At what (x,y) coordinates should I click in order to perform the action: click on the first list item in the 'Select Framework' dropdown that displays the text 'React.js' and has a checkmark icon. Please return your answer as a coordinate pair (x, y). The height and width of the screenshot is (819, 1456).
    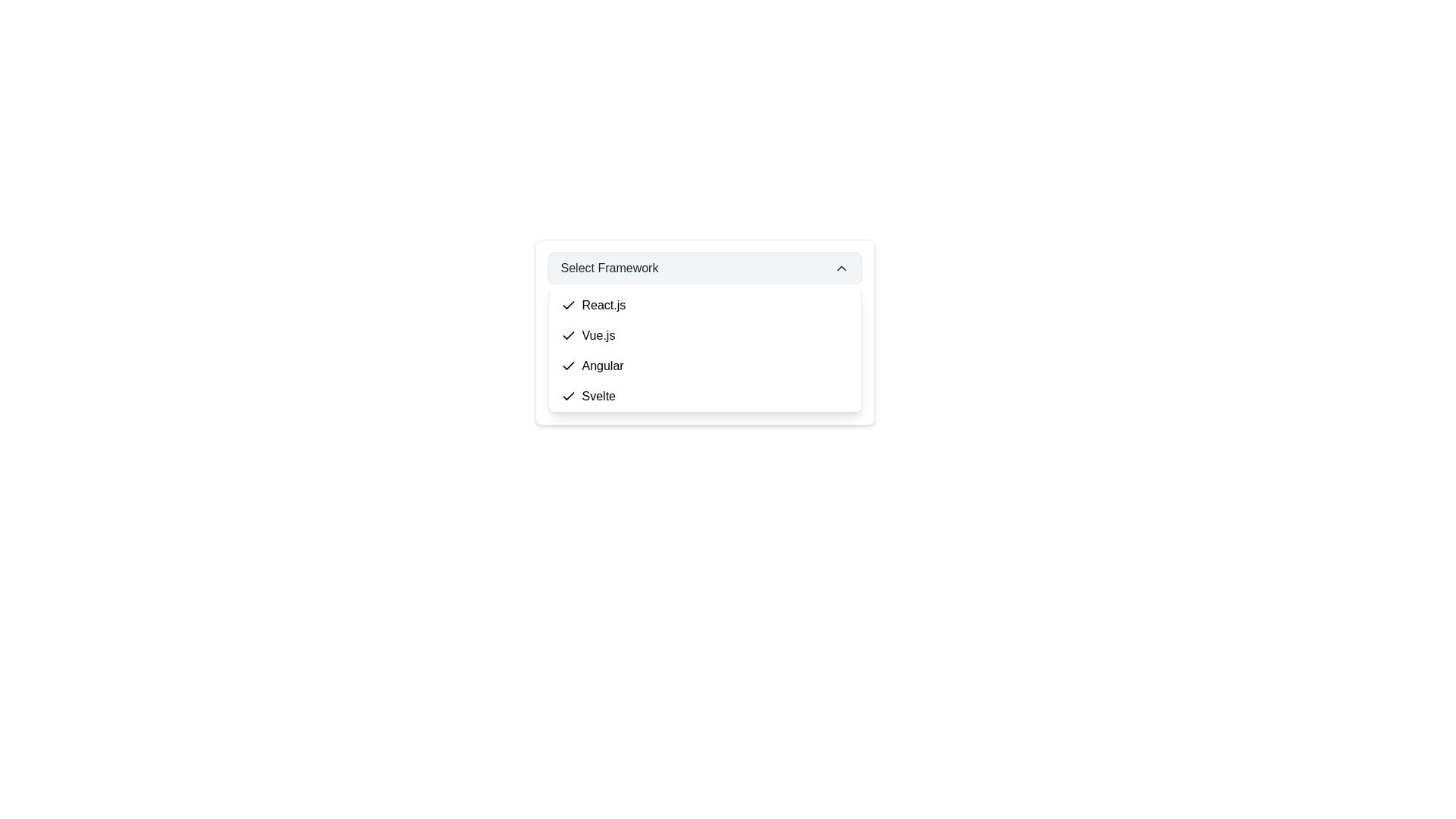
    Looking at the image, I should click on (592, 305).